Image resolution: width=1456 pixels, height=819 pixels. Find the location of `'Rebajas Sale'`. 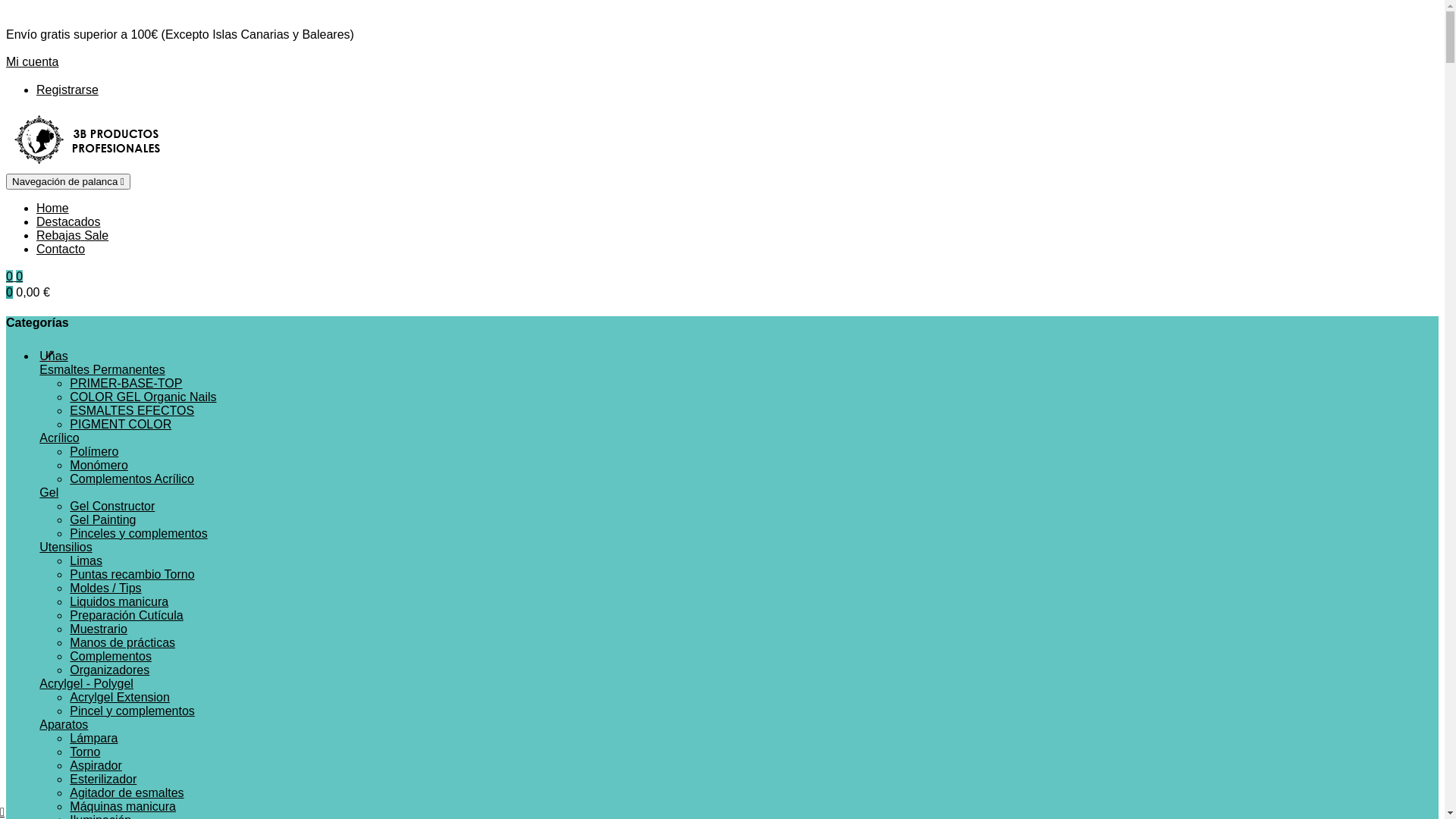

'Rebajas Sale' is located at coordinates (71, 235).